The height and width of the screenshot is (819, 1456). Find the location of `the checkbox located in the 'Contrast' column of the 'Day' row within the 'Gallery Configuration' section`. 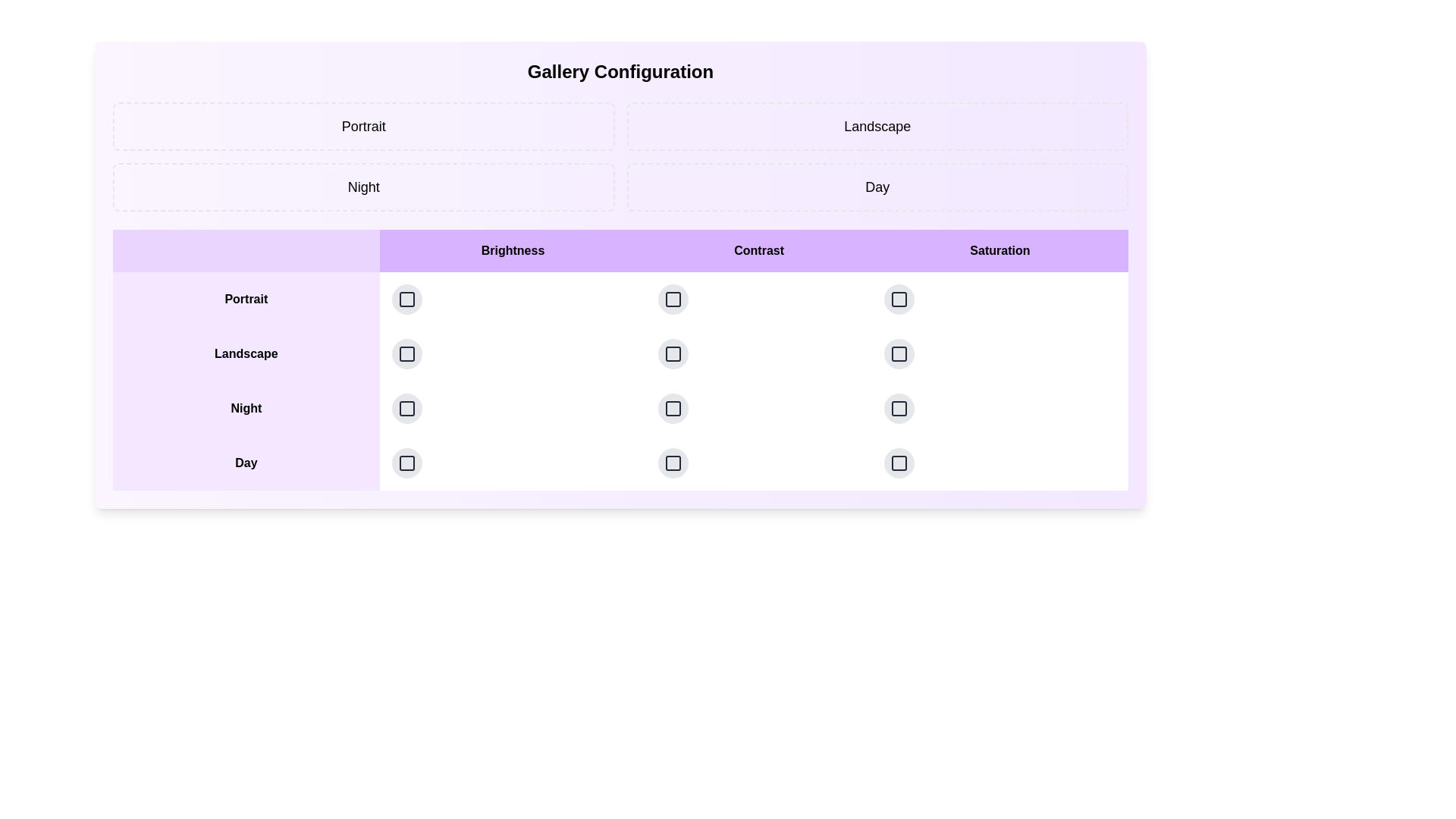

the checkbox located in the 'Contrast' column of the 'Day' row within the 'Gallery Configuration' section is located at coordinates (673, 462).